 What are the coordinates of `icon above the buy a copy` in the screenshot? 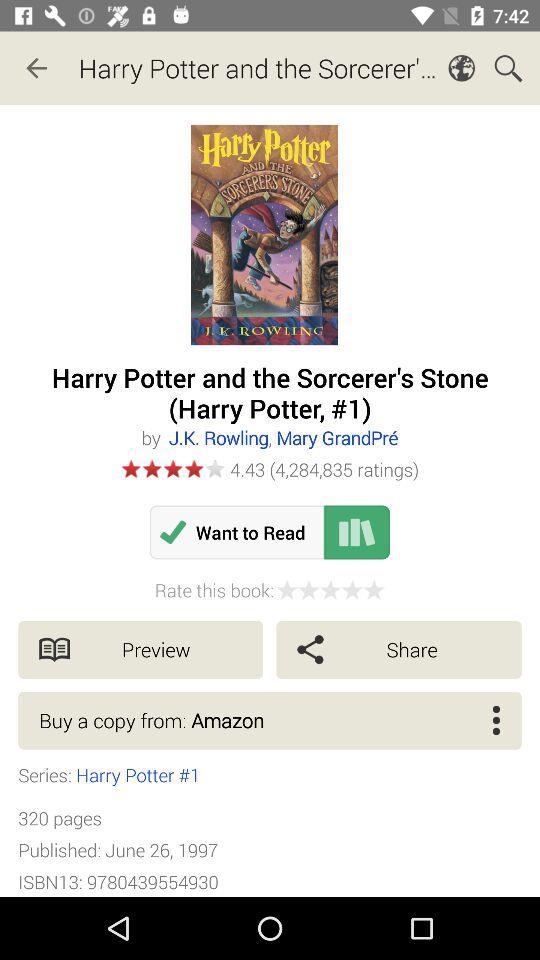 It's located at (139, 648).